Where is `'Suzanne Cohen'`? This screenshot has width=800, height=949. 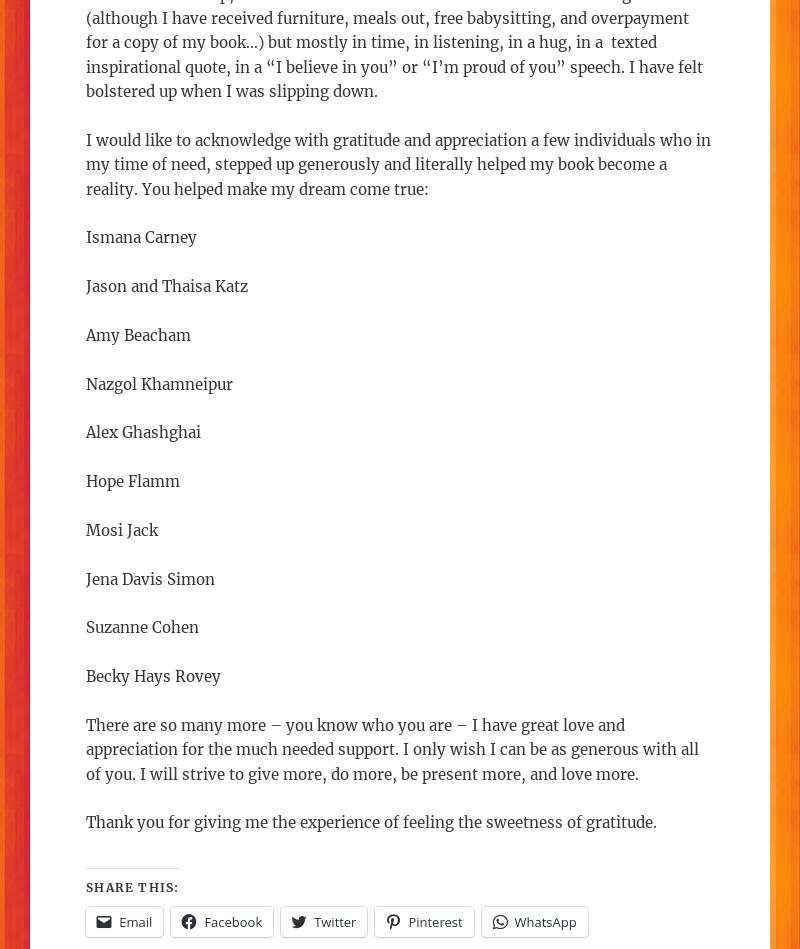
'Suzanne Cohen' is located at coordinates (142, 626).